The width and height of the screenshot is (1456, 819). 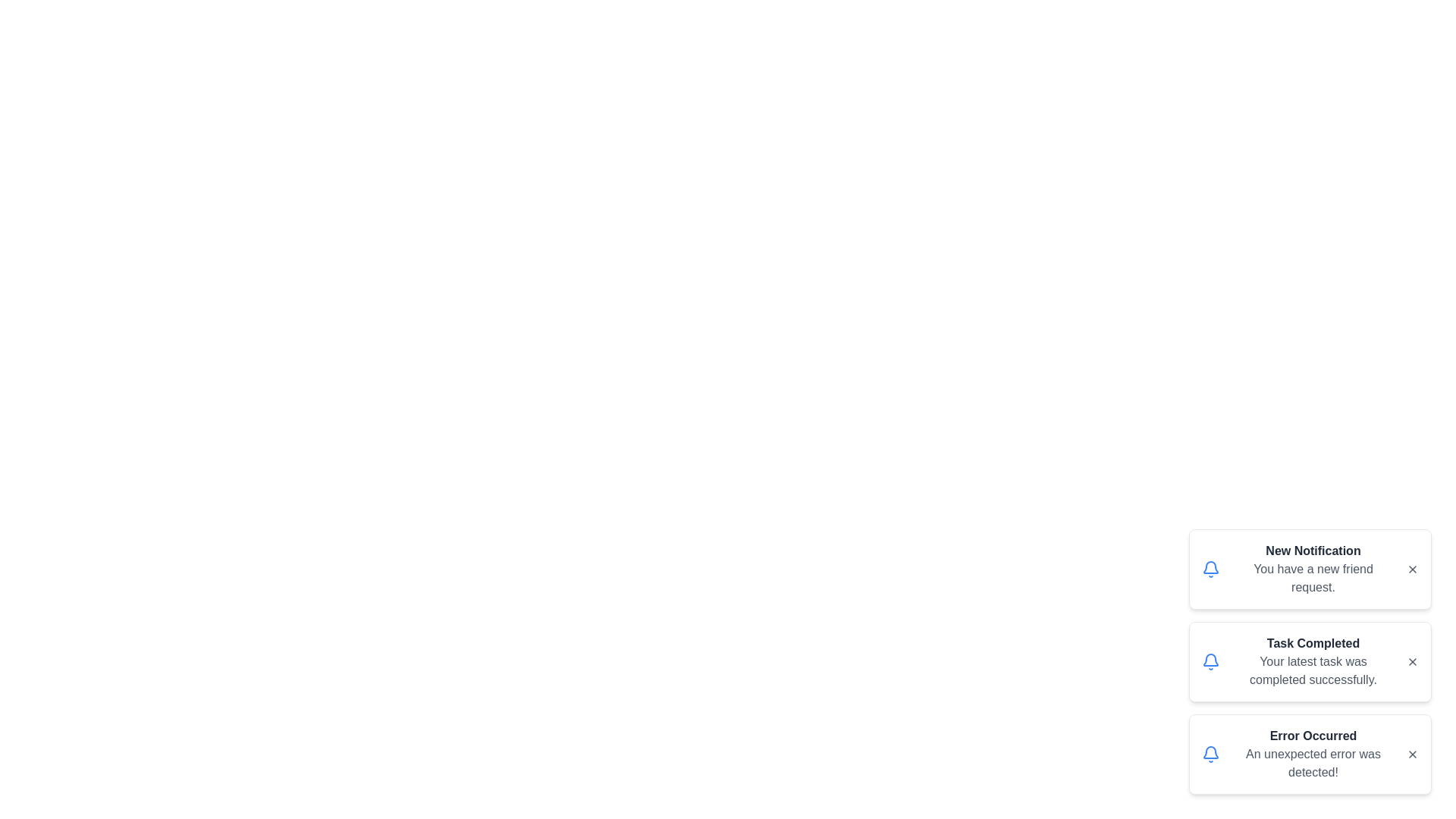 What do you see at coordinates (1411, 661) in the screenshot?
I see `close button of the notification titled 'Task Completed'` at bounding box center [1411, 661].